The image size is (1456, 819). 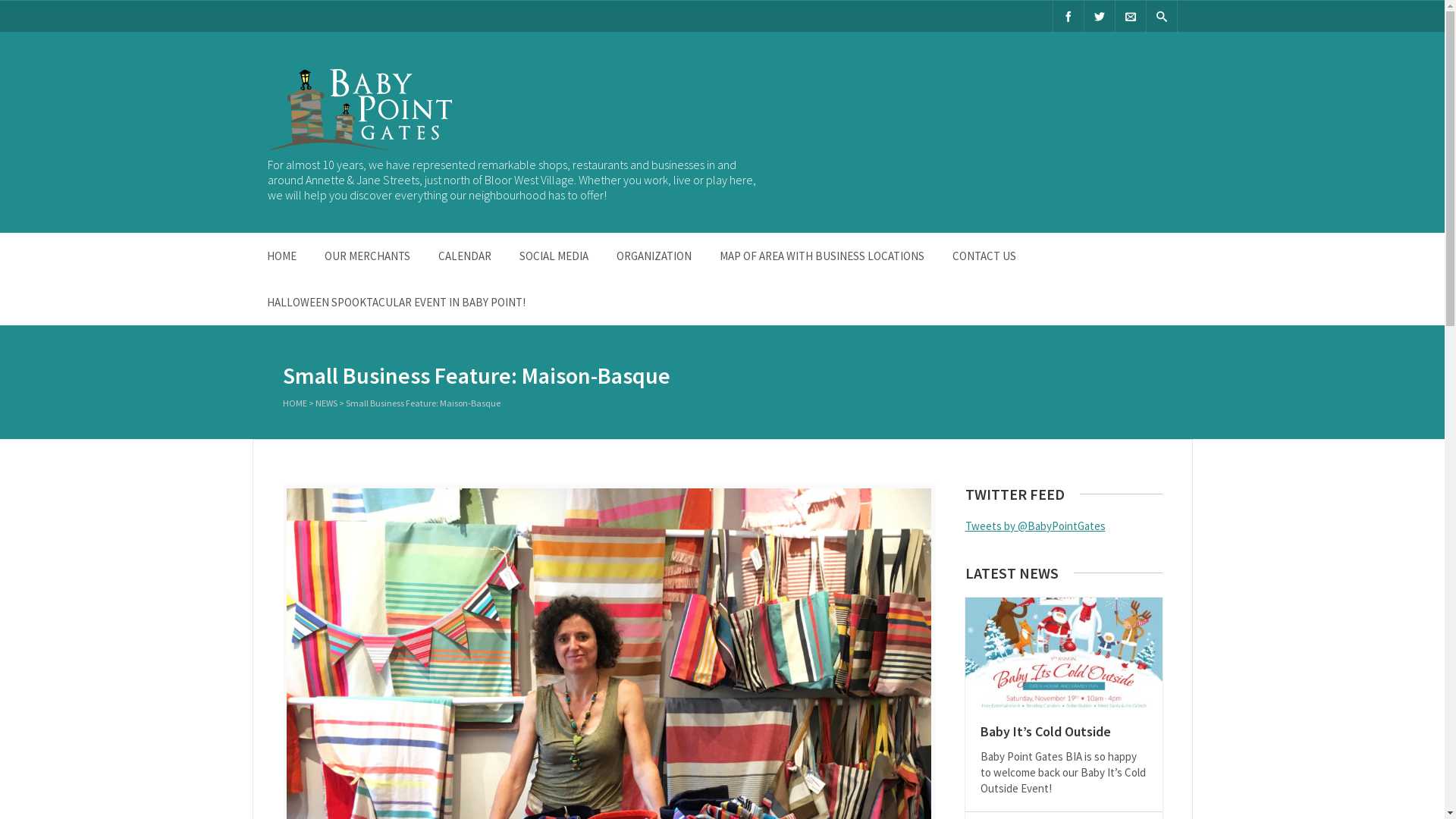 I want to click on 'Facebook', so click(x=1066, y=16).